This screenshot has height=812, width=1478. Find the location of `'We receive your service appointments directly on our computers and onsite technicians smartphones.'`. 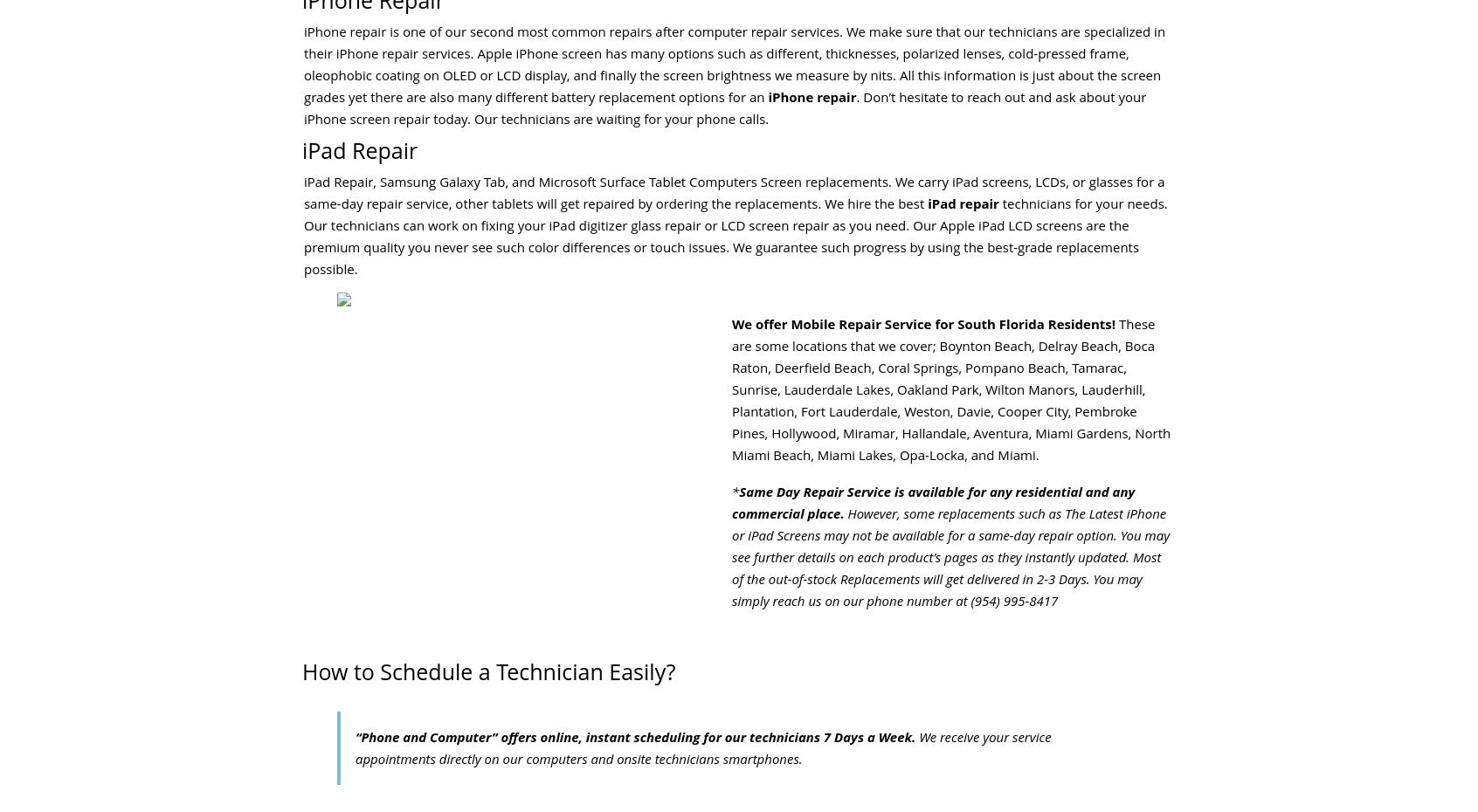

'We receive your service appointments directly on our computers and onsite technicians smartphones.' is located at coordinates (355, 747).